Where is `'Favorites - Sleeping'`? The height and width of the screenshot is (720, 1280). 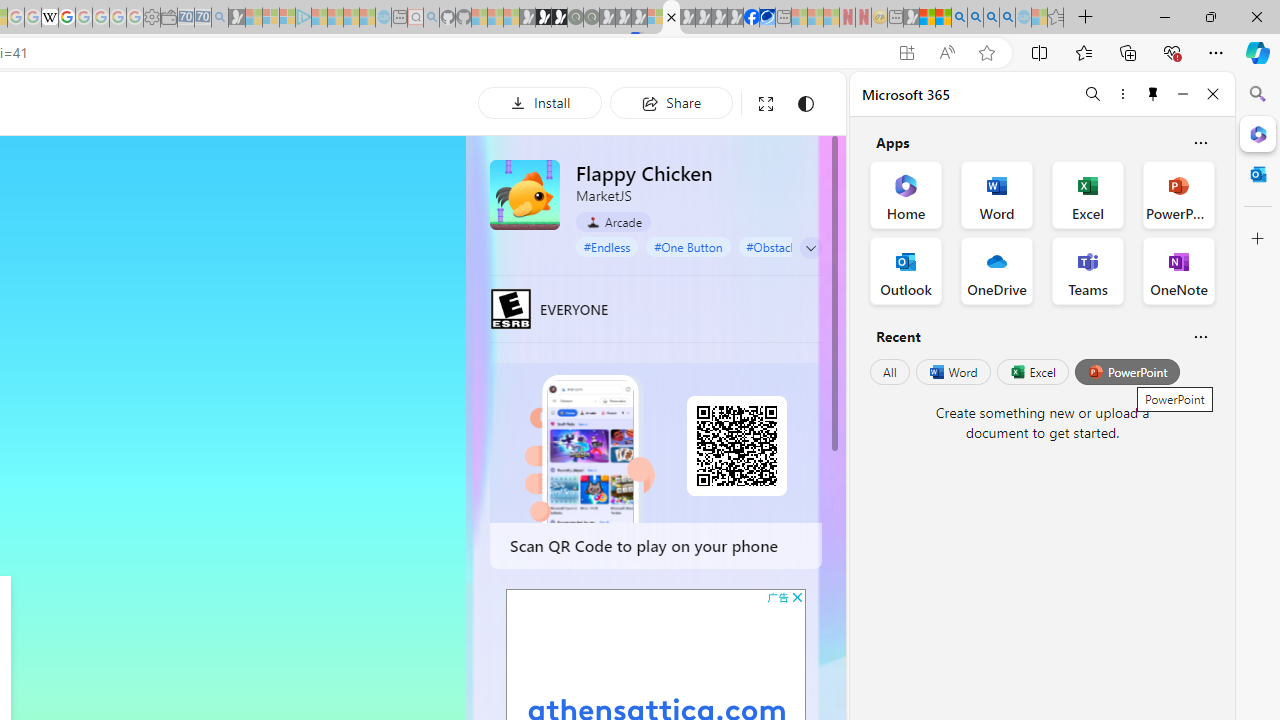 'Favorites - Sleeping' is located at coordinates (1055, 17).